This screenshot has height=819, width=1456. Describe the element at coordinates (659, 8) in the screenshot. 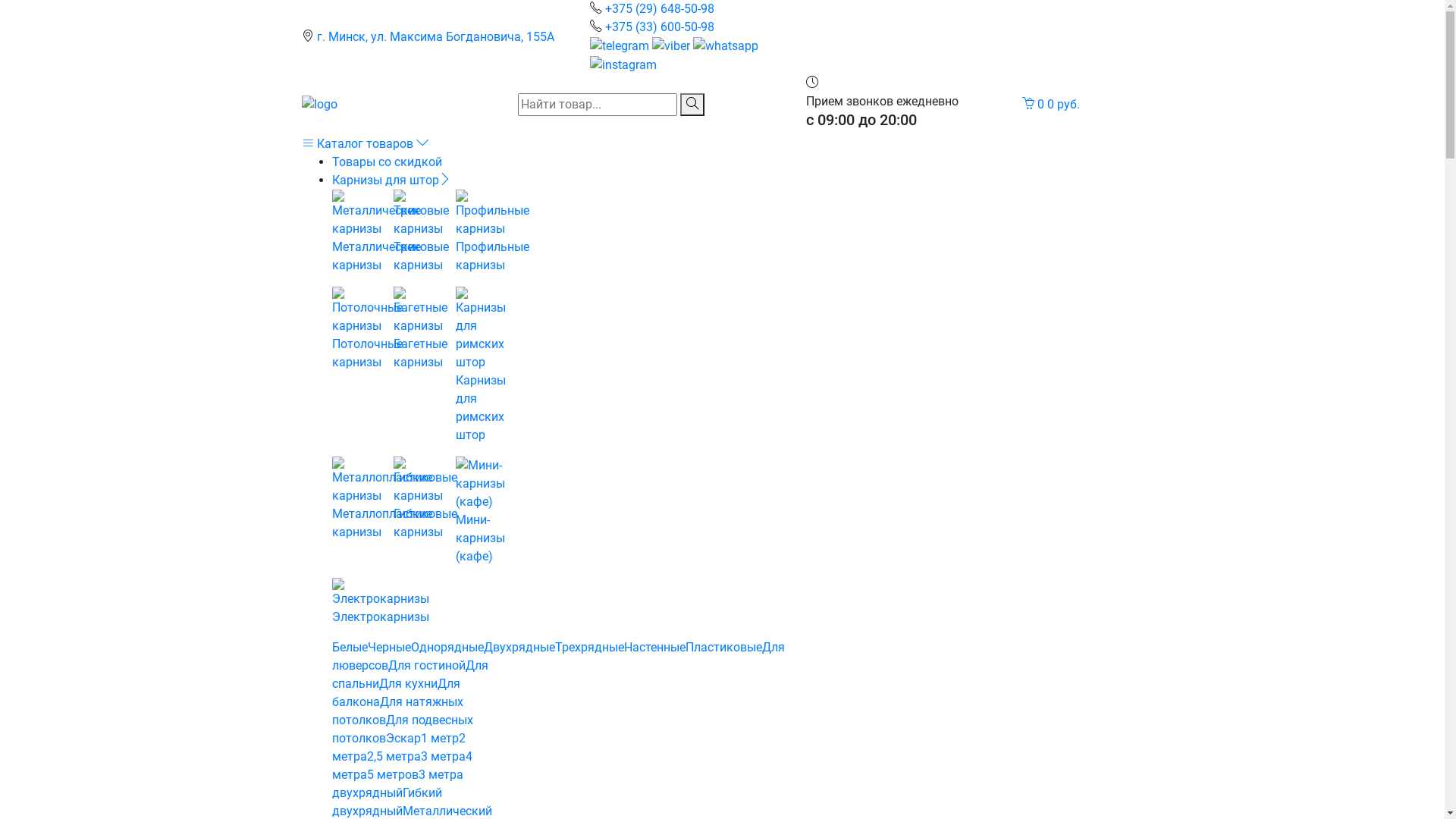

I see `'+375 (29) 648-50-98'` at that location.